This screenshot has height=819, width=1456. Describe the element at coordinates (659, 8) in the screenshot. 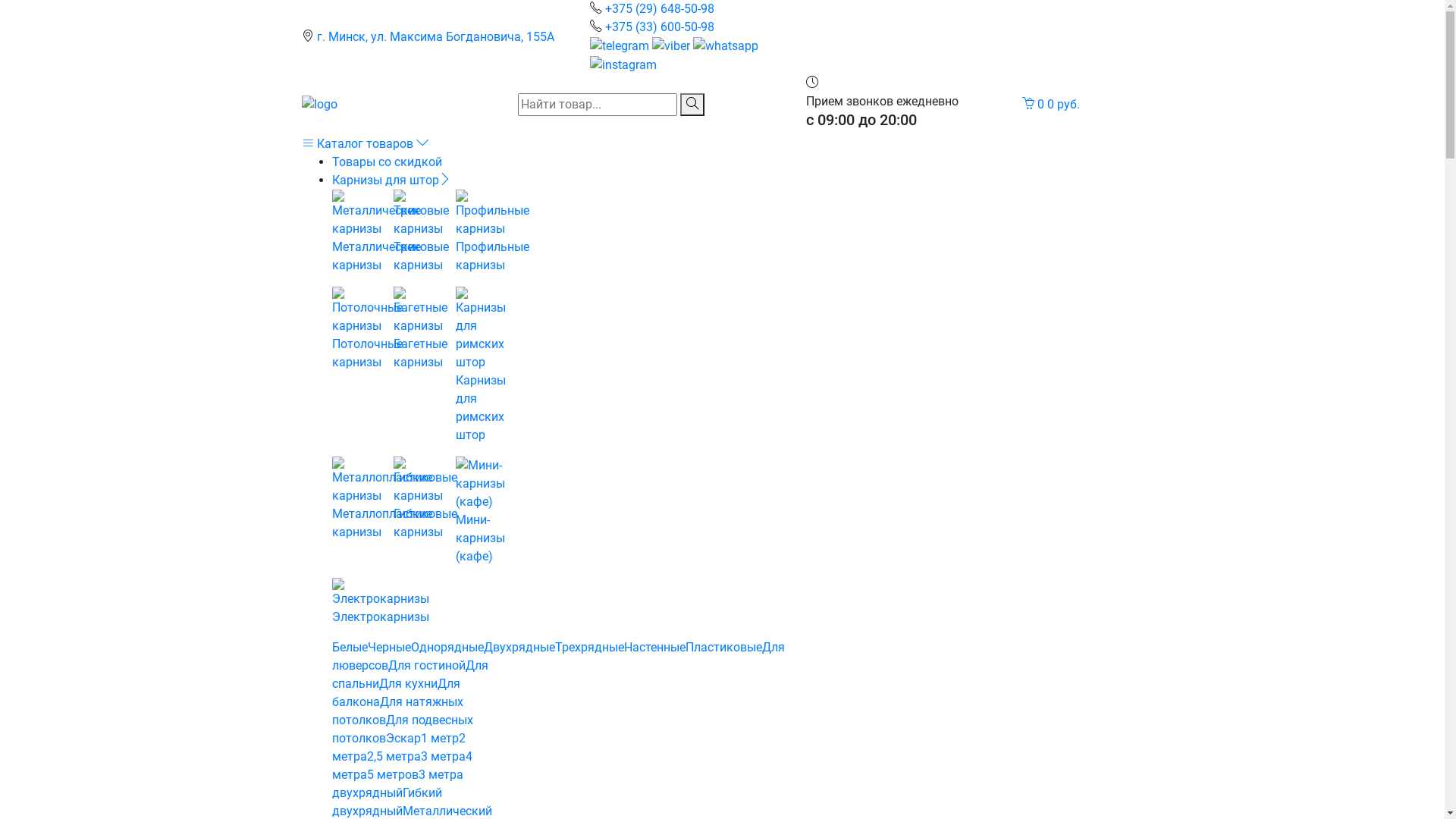

I see `'+375 (29) 648-50-98'` at that location.